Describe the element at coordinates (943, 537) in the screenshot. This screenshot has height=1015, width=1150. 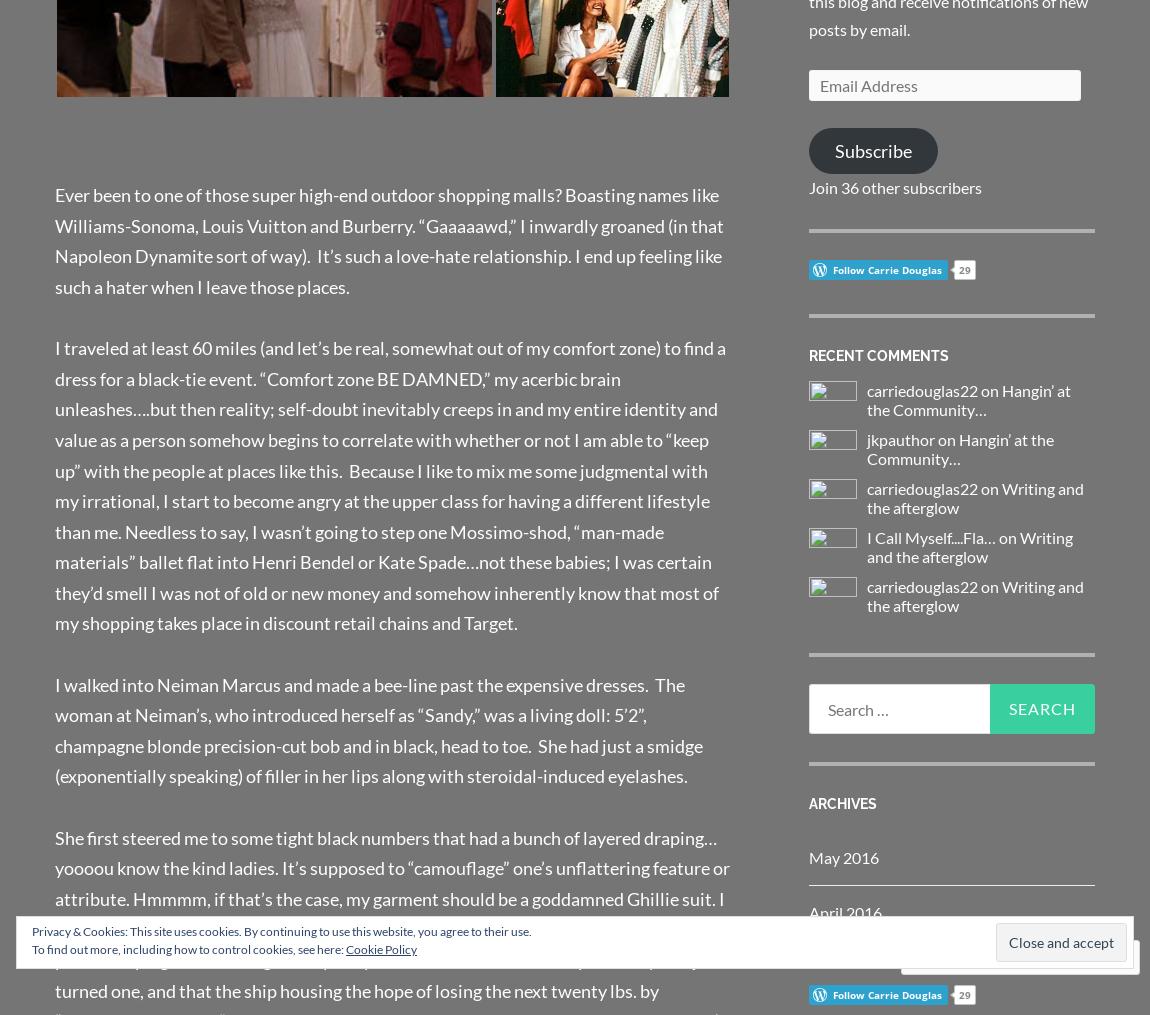
I see `'I Call Myself....Fla… on'` at that location.